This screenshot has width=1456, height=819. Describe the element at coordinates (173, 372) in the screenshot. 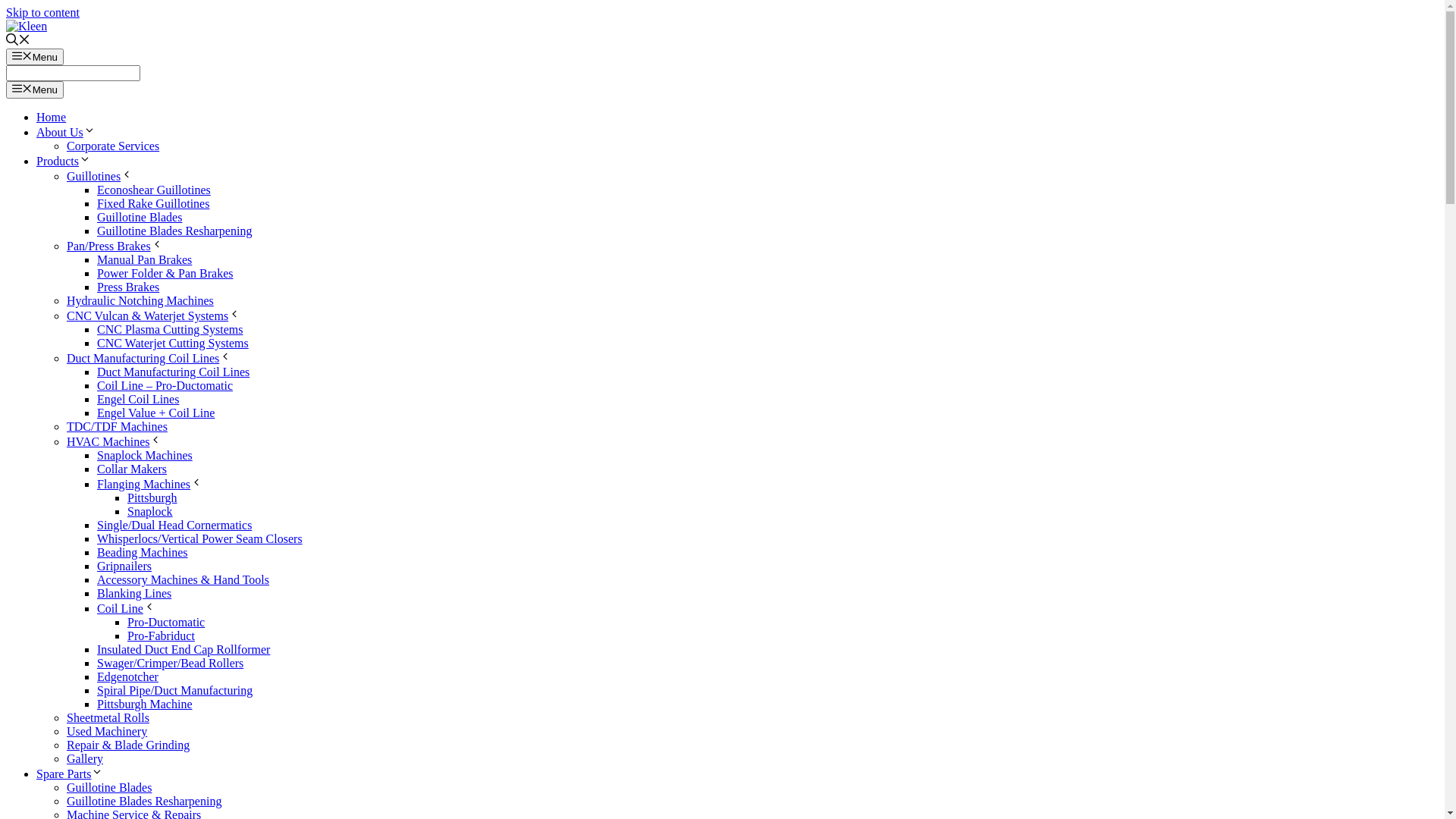

I see `'Duct Manufacturing Coil Lines'` at that location.